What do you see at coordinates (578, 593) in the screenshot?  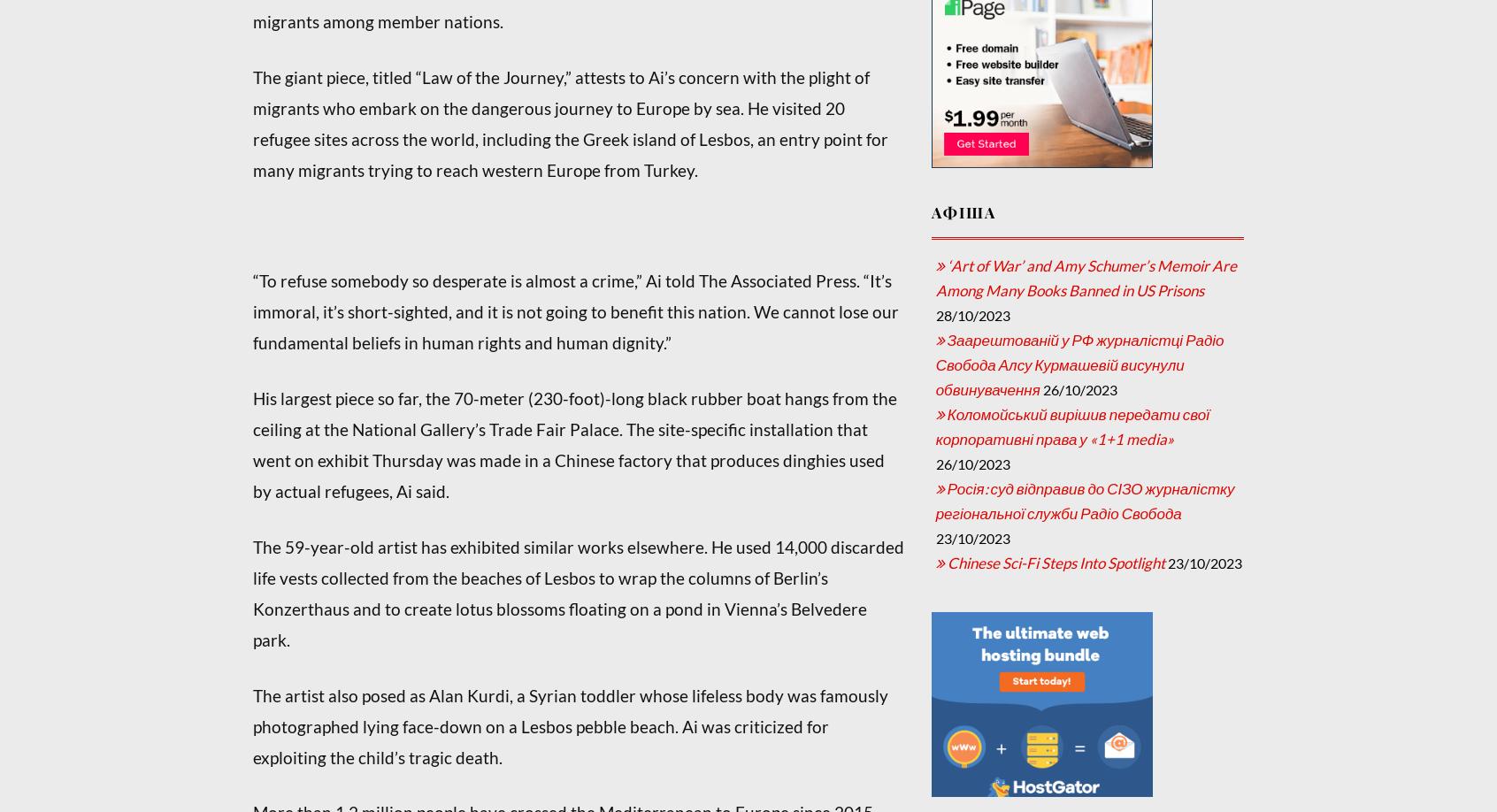 I see `'The 59-year-old artist has exhibited similar works elsewhere. He used 14,000 discarded life vests collected from the beaches of Lesbos to wrap the columns of Berlin’s Konzerthaus and to create lotus blossoms floating on a pond in Vienna’s Belvedere park.'` at bounding box center [578, 593].